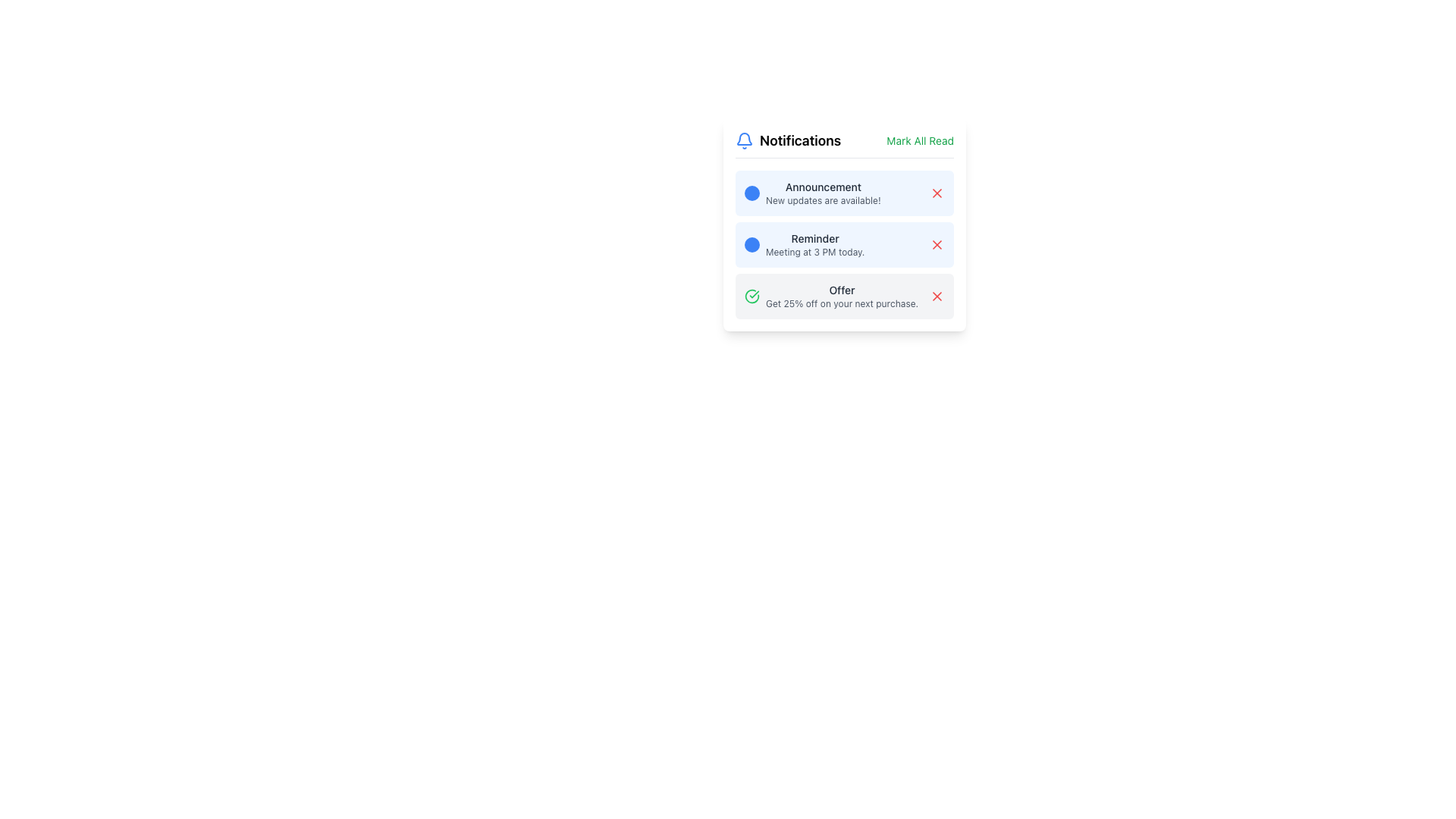 The image size is (1456, 819). What do you see at coordinates (752, 296) in the screenshot?
I see `the success indicator icon located on the left side of the 'Offer' notification, which marks the notification as read, adjacent to the text 'Offer Get 25% off on your next purchase.'` at bounding box center [752, 296].